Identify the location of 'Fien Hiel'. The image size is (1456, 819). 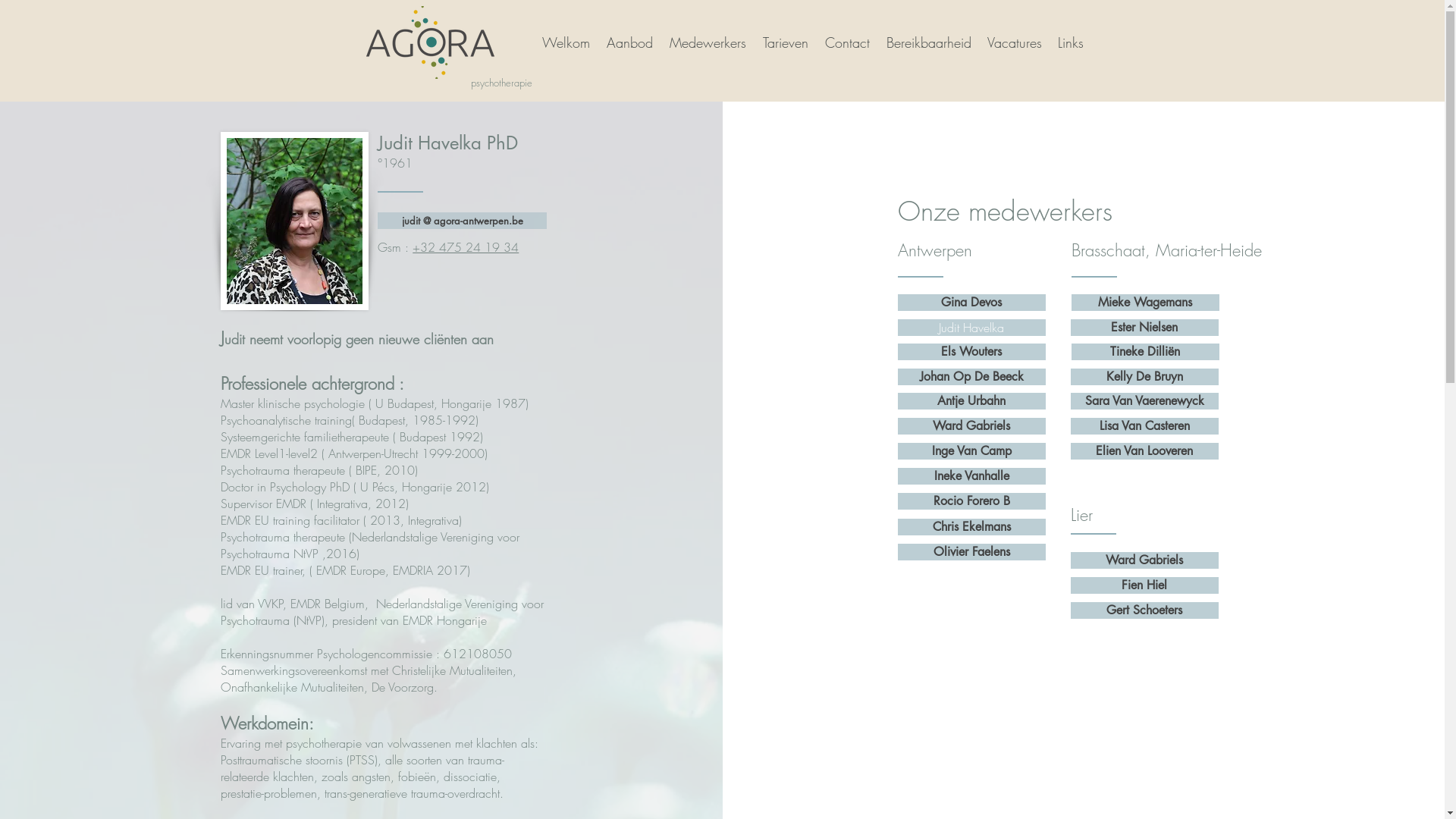
(1069, 584).